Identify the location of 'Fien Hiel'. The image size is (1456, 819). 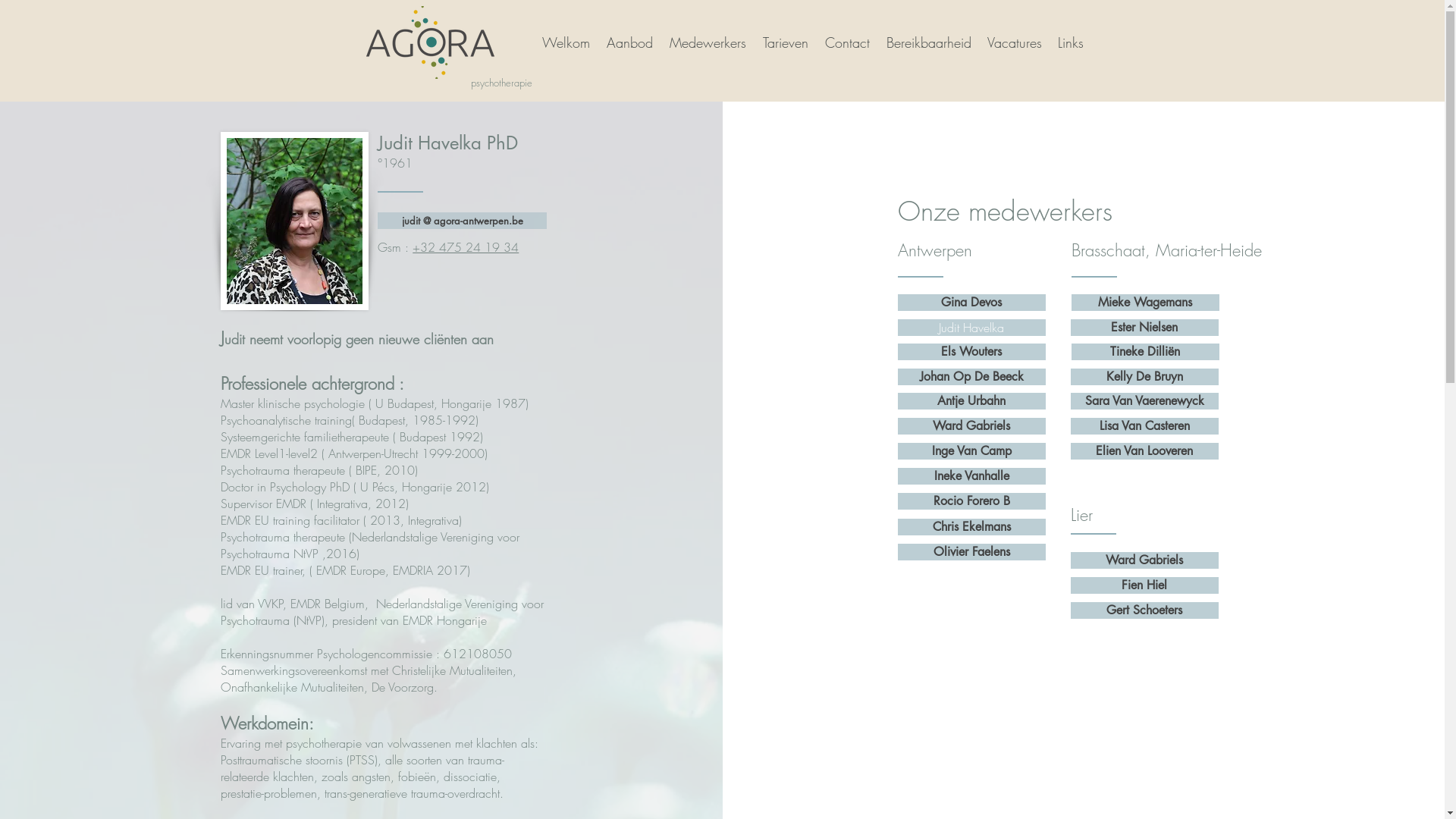
(1069, 584).